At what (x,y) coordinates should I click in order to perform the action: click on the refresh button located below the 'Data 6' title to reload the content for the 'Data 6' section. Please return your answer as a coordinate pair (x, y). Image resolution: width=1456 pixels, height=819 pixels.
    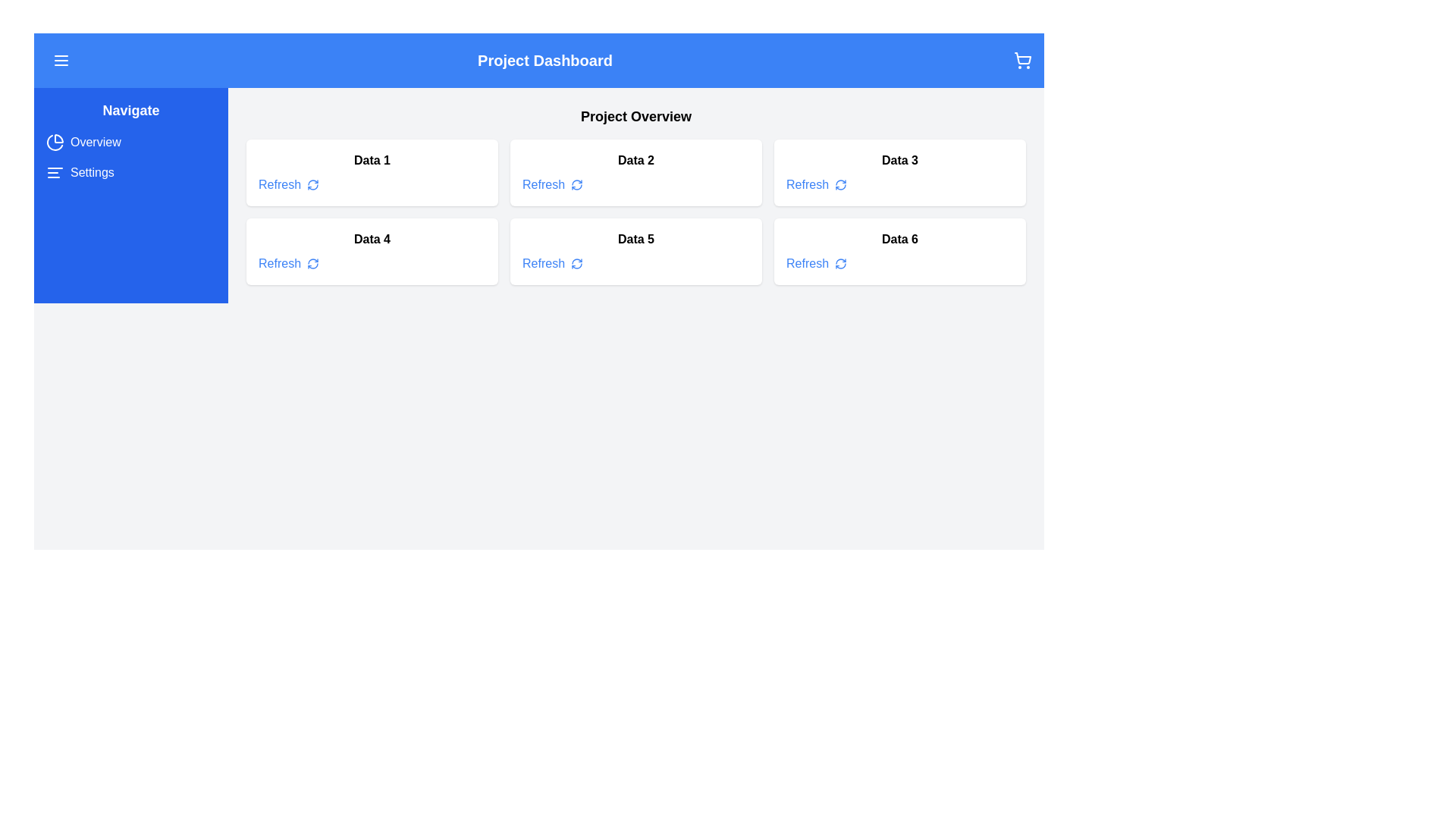
    Looking at the image, I should click on (815, 262).